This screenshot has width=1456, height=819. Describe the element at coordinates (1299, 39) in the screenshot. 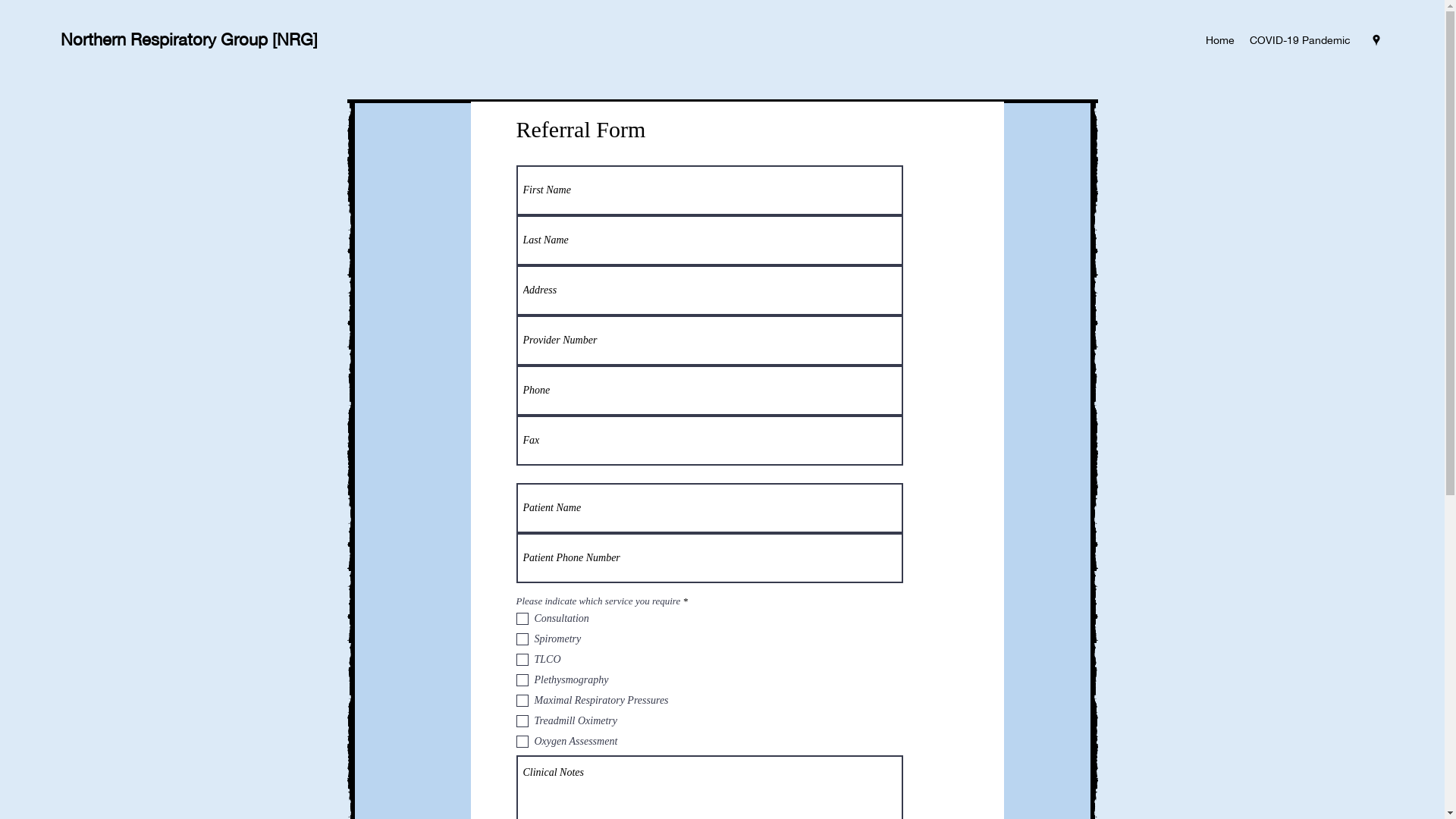

I see `'COVID-19 Pandemic'` at that location.